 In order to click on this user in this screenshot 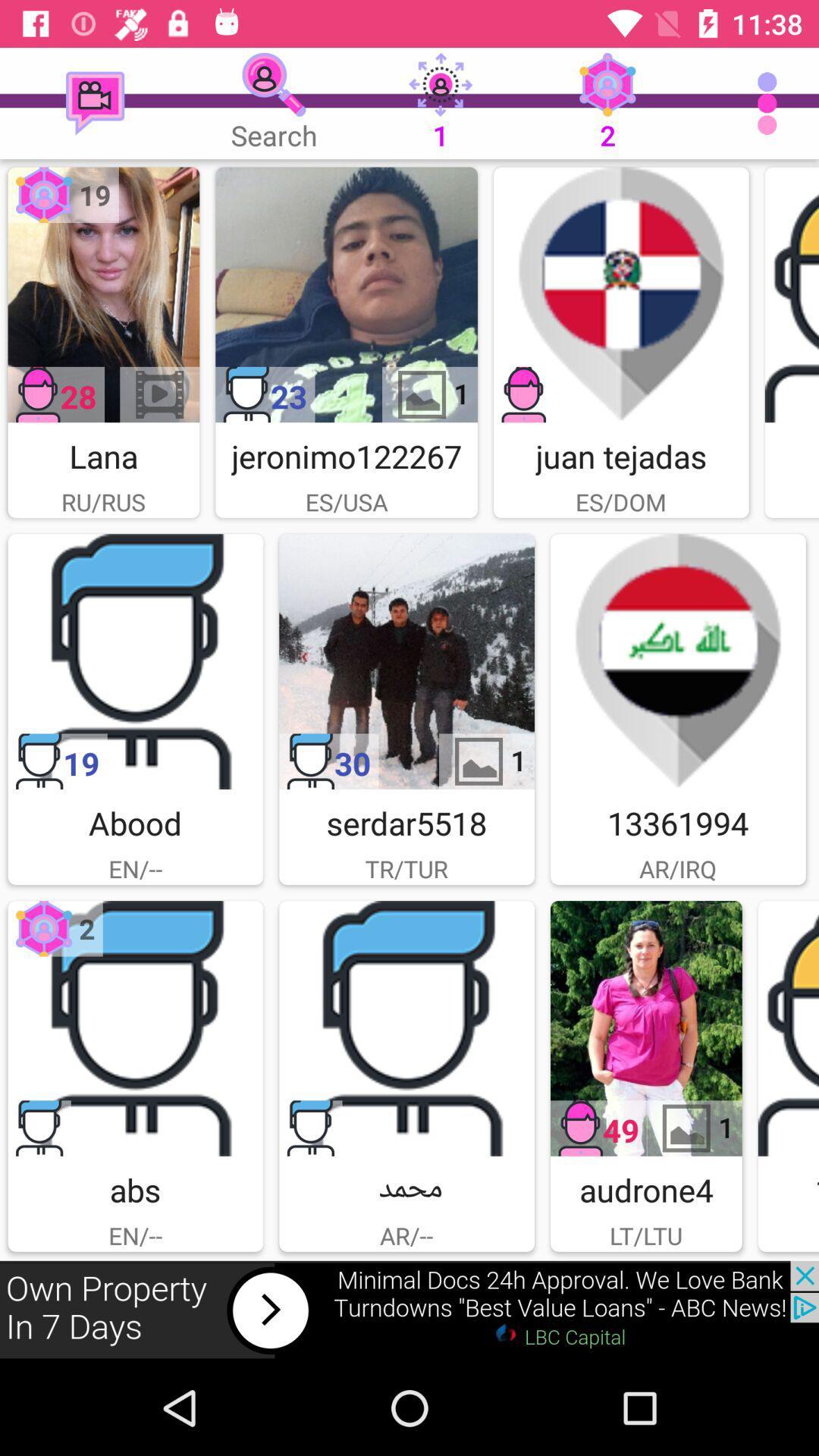, I will do `click(134, 661)`.